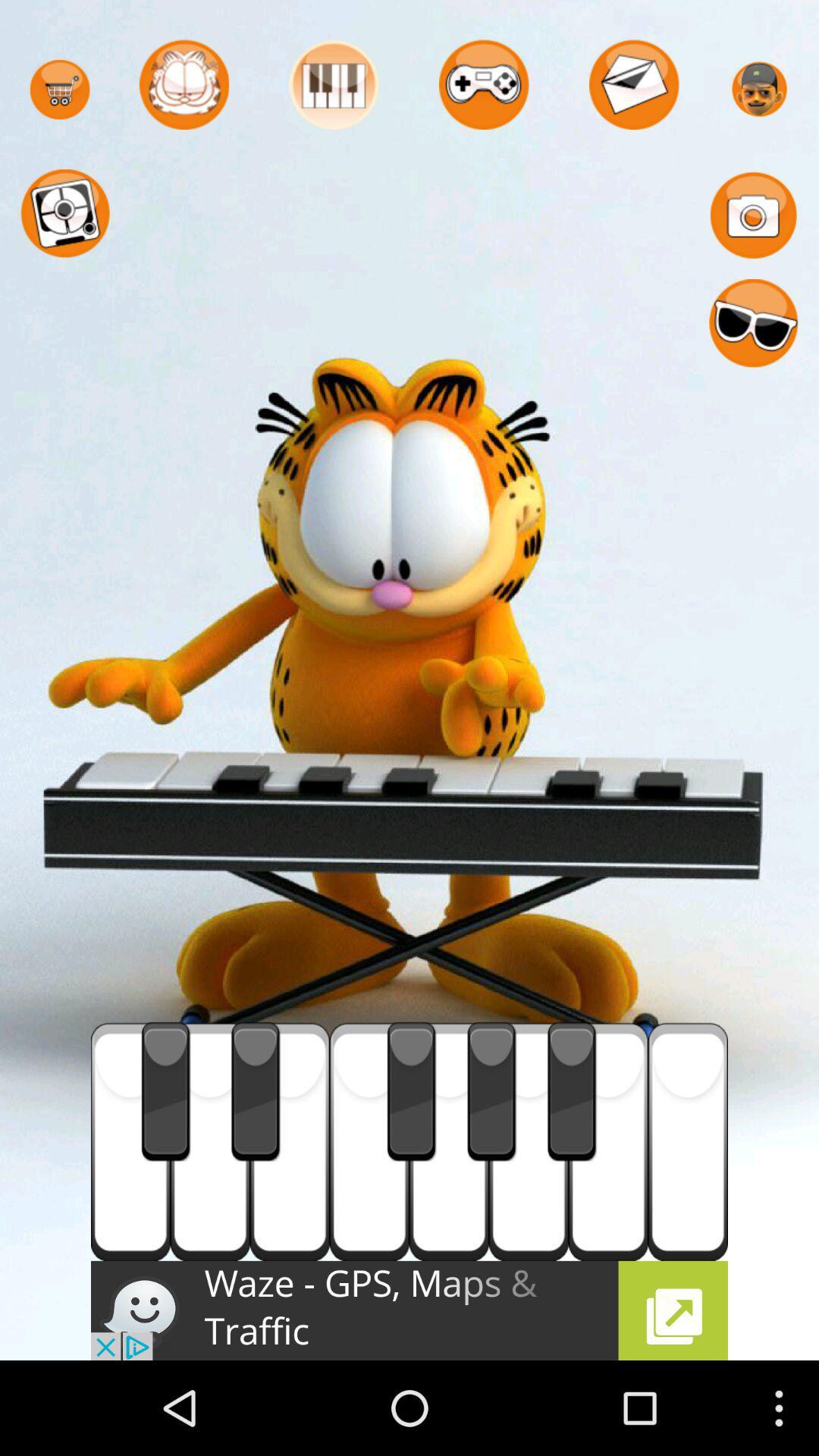 This screenshot has width=819, height=1456. Describe the element at coordinates (753, 346) in the screenshot. I see `the emoji icon` at that location.